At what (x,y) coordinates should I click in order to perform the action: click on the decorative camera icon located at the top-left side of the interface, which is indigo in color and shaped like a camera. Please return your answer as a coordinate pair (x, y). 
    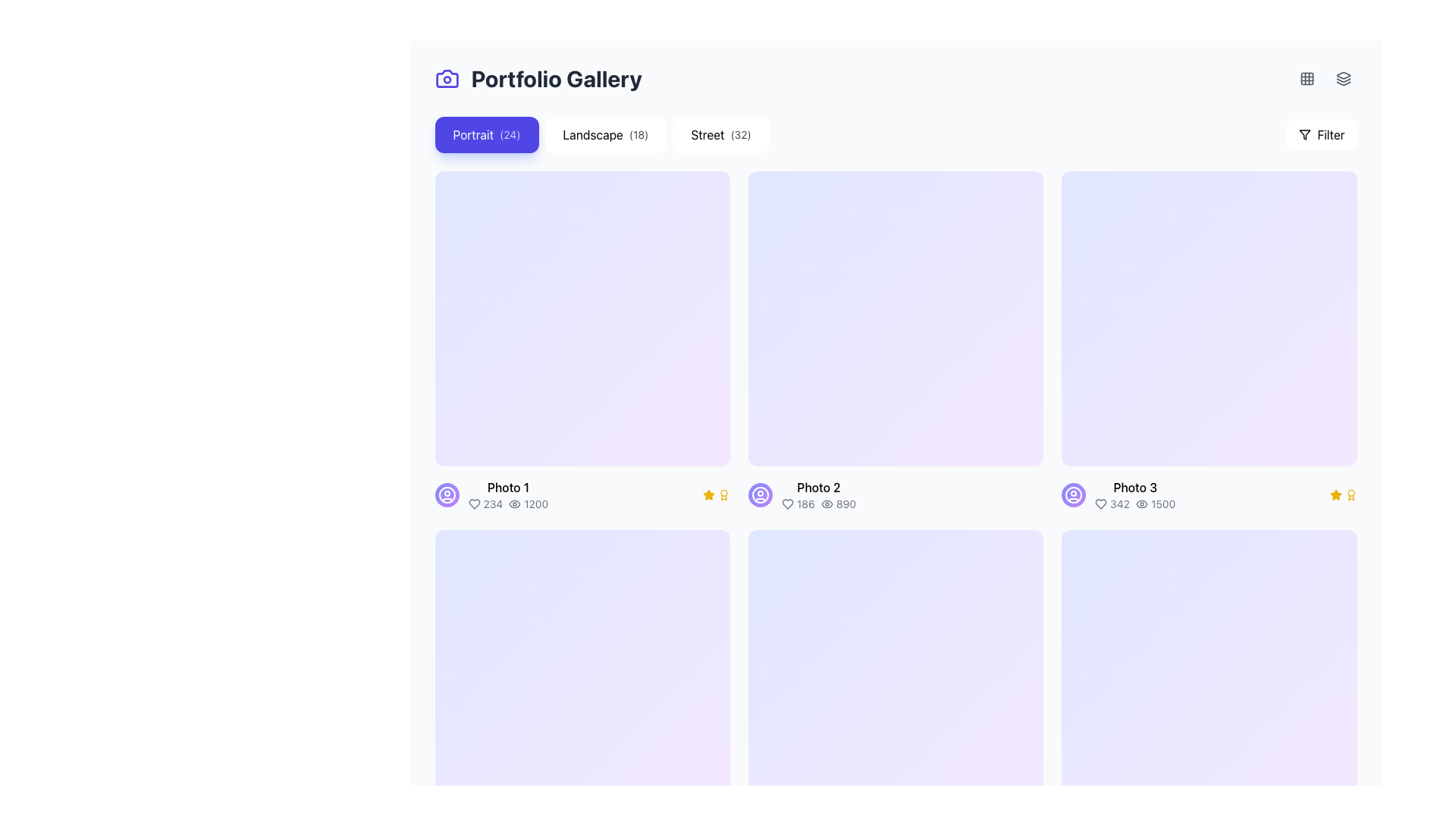
    Looking at the image, I should click on (446, 79).